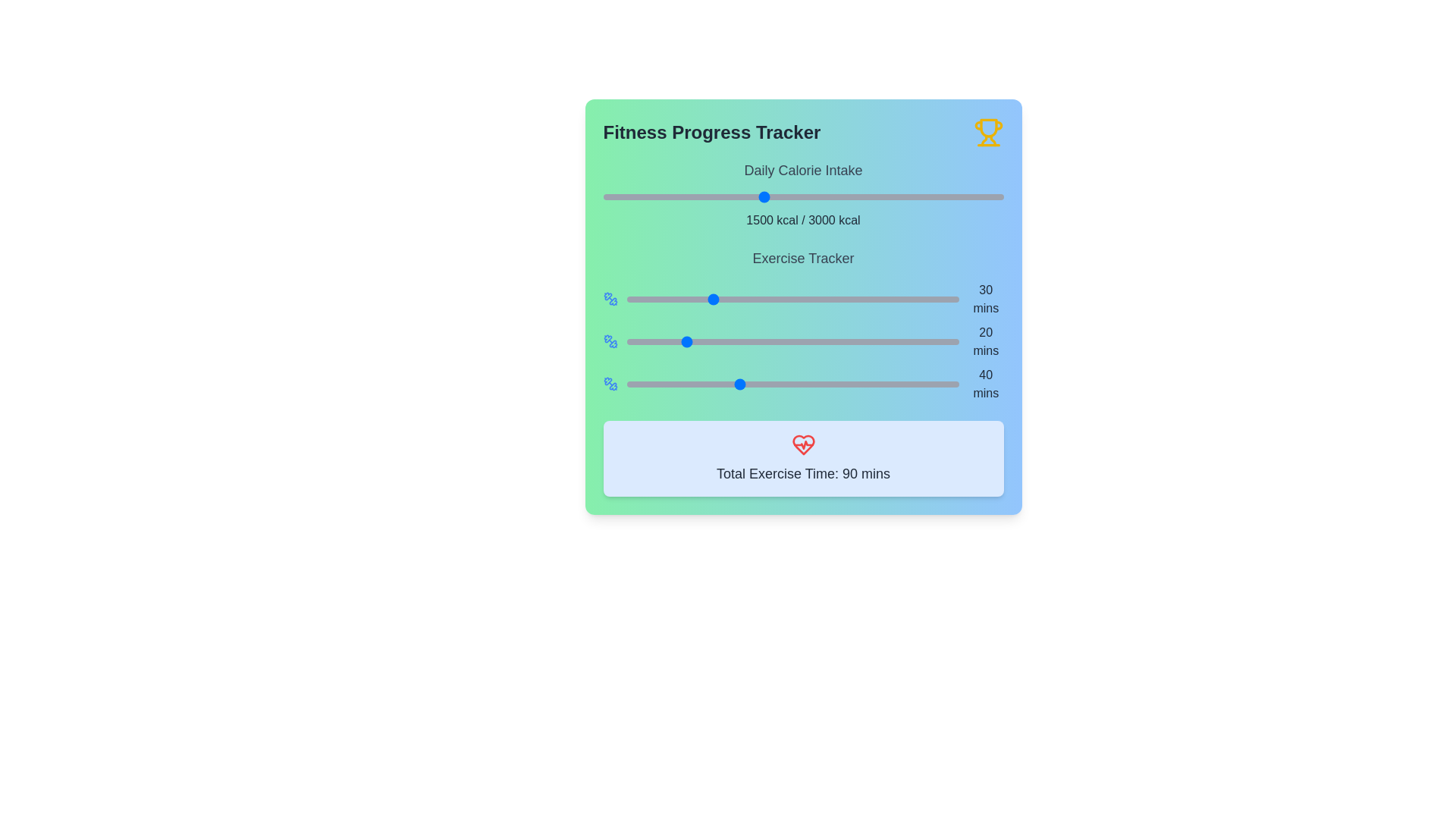  What do you see at coordinates (874, 299) in the screenshot?
I see `the slider value` at bounding box center [874, 299].